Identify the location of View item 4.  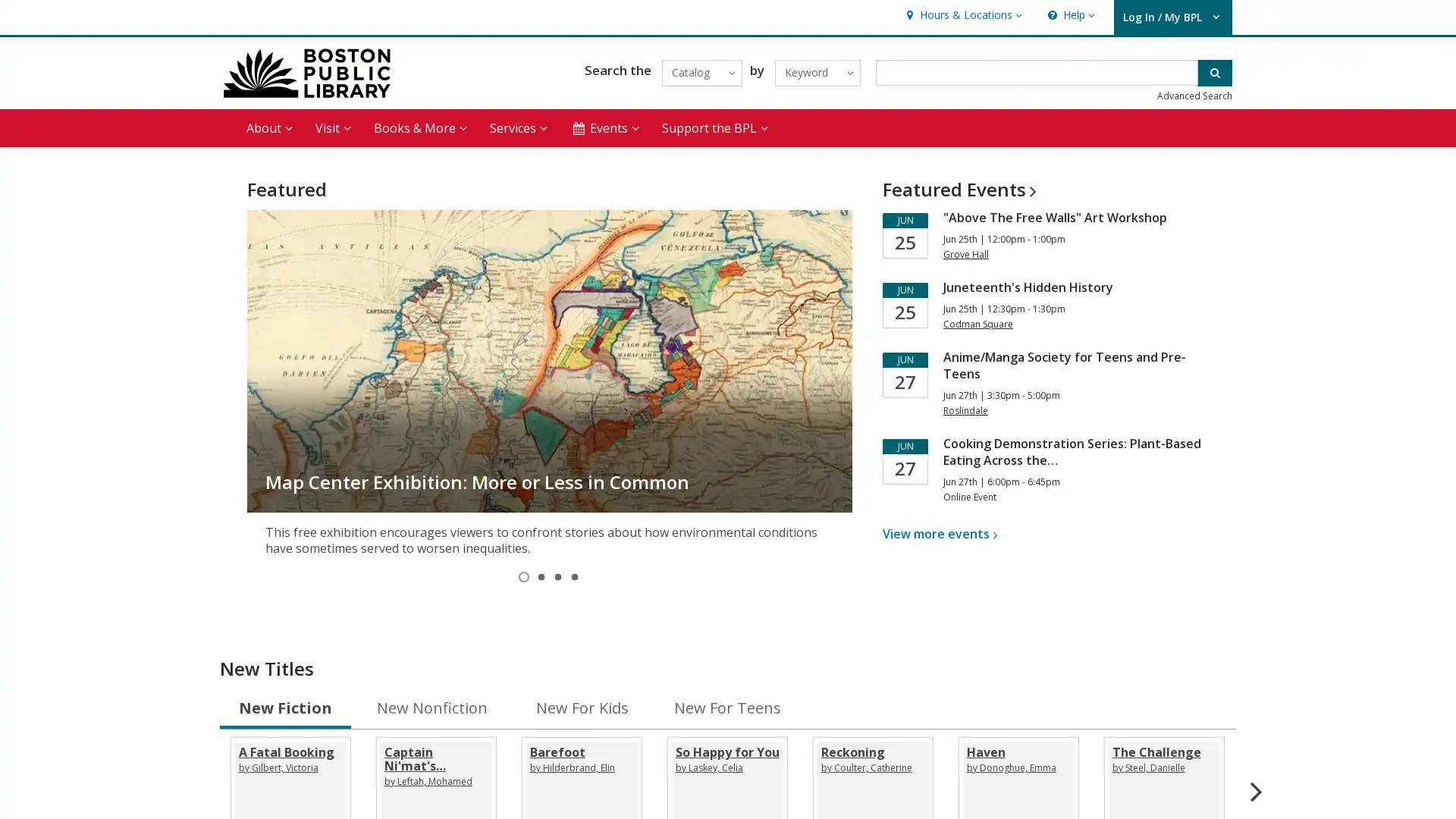
(574, 576).